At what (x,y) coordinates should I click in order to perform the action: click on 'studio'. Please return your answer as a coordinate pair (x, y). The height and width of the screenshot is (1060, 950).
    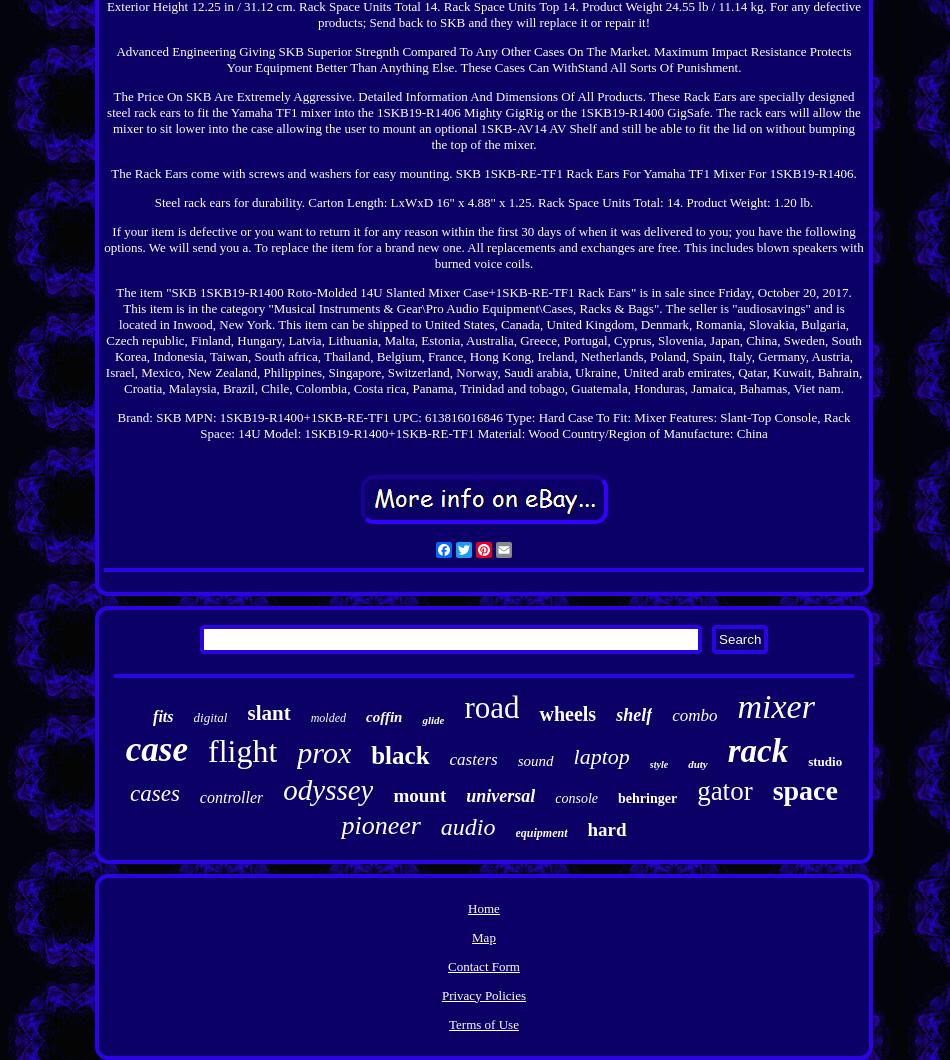
    Looking at the image, I should click on (823, 759).